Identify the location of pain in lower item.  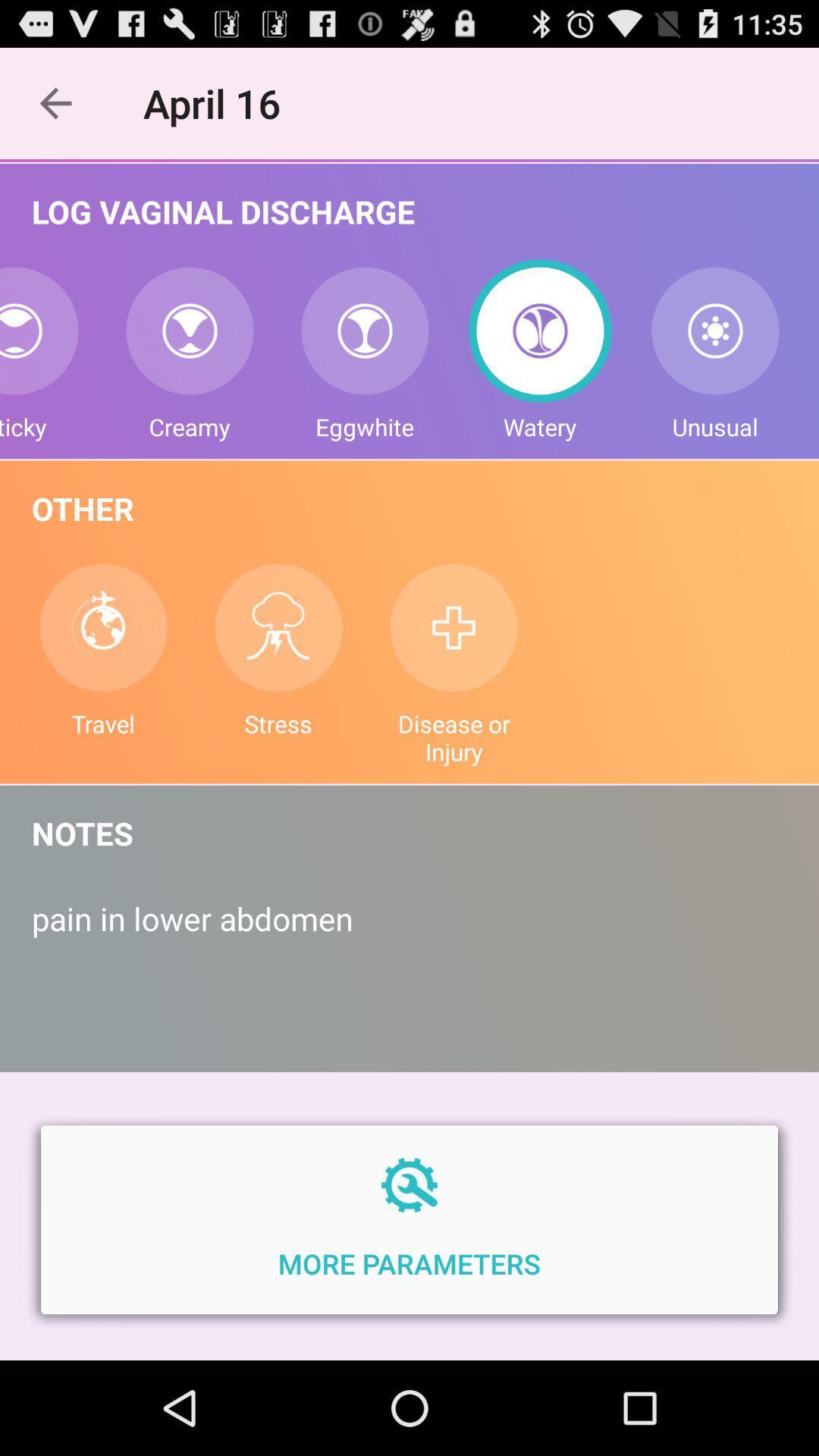
(409, 934).